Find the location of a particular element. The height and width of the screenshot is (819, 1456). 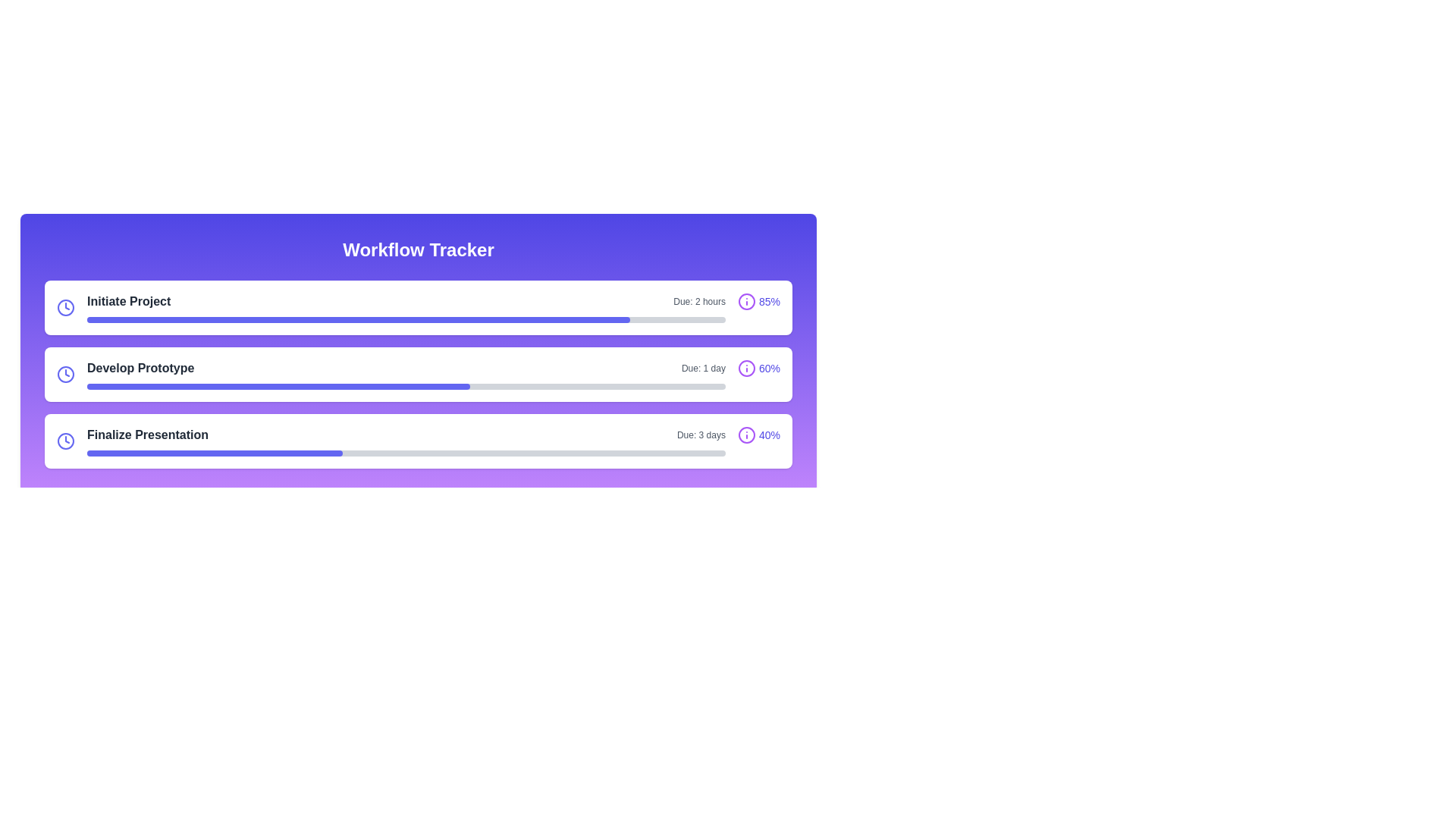

the text label that displays 'Due: 2 hours', which is located to the right of the 'Initiate Project' item in the first task row of the workflow tracker interface is located at coordinates (698, 301).